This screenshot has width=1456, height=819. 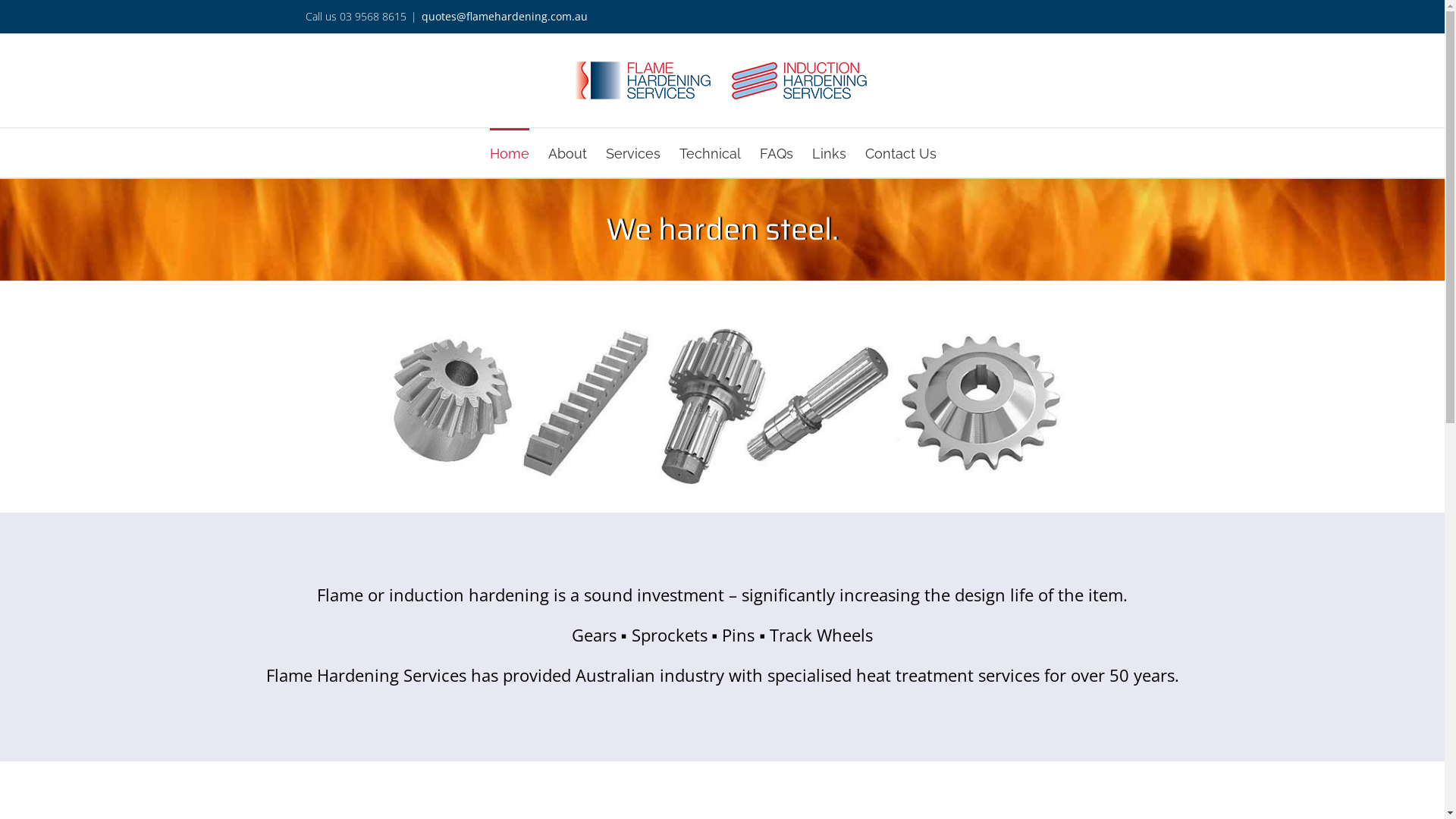 I want to click on 'Technical', so click(x=709, y=152).